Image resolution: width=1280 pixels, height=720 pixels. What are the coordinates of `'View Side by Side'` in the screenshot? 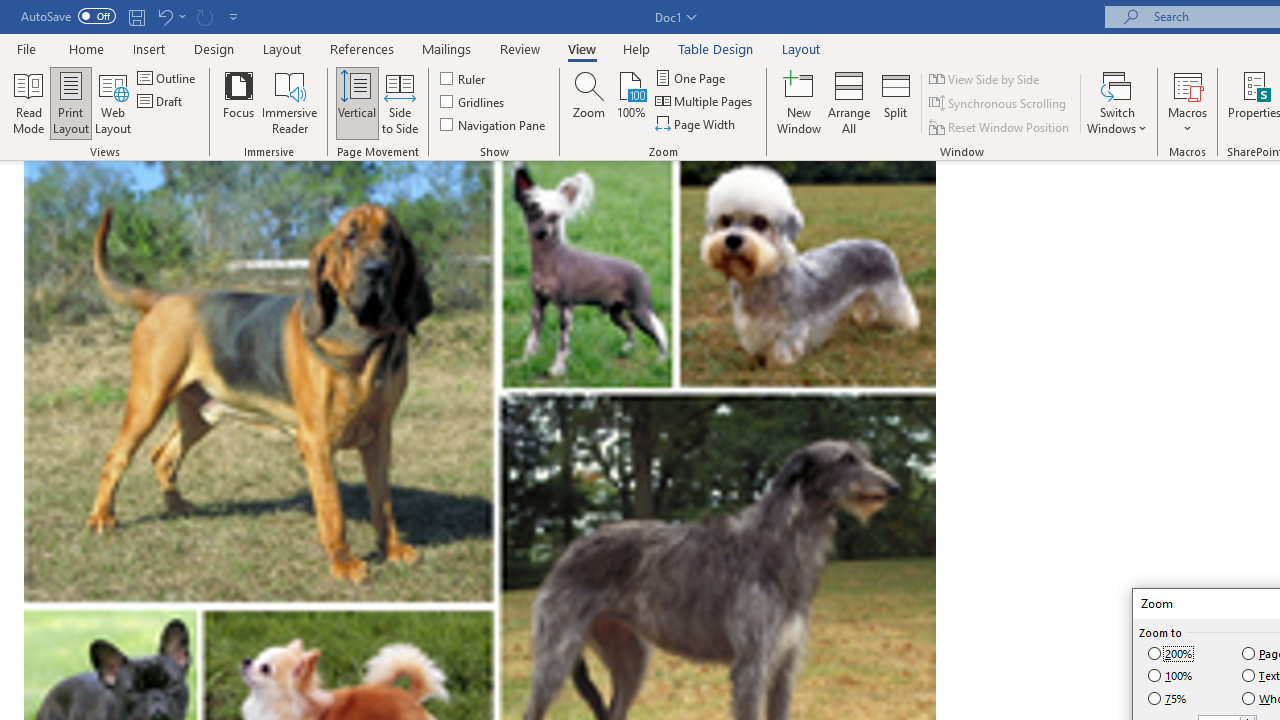 It's located at (985, 78).